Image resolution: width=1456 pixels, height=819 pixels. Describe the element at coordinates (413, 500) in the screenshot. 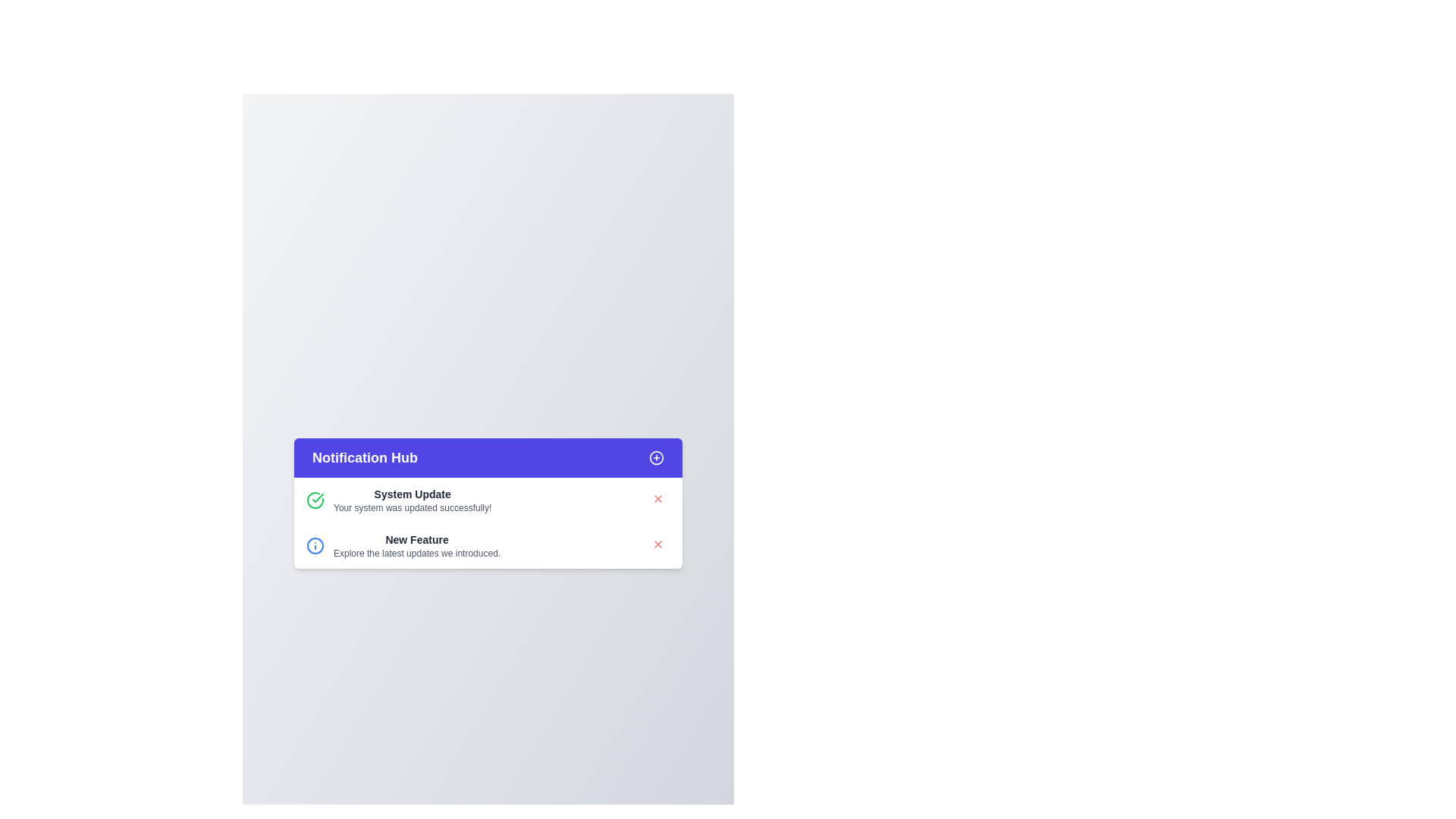

I see `the text element that contains the header 'System Update' and the subtext 'Your system was updated successfully!' to read the details` at that location.